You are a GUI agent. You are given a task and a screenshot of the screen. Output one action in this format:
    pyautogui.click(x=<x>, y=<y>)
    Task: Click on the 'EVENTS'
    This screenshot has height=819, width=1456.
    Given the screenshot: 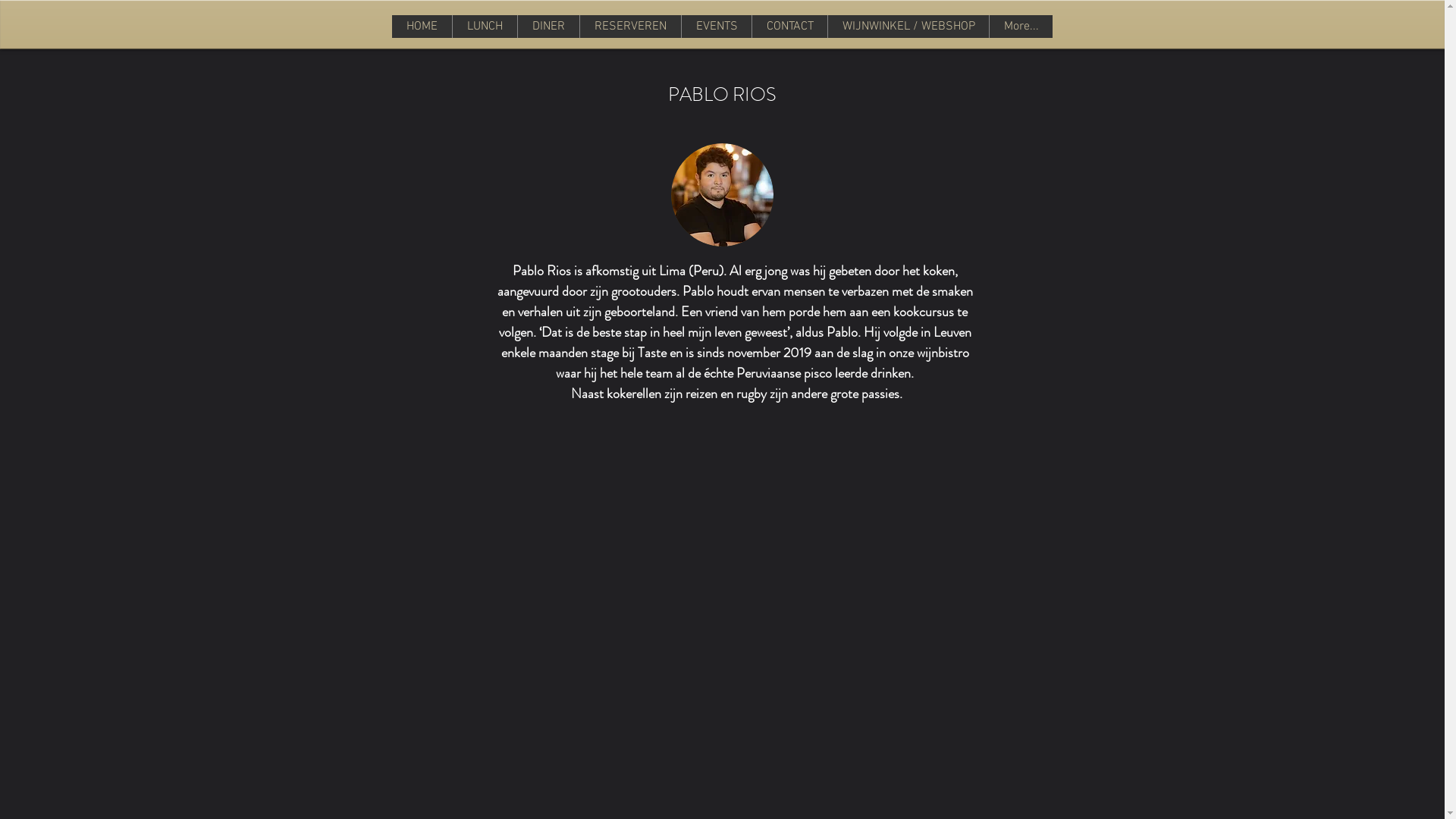 What is the action you would take?
    pyautogui.click(x=715, y=26)
    